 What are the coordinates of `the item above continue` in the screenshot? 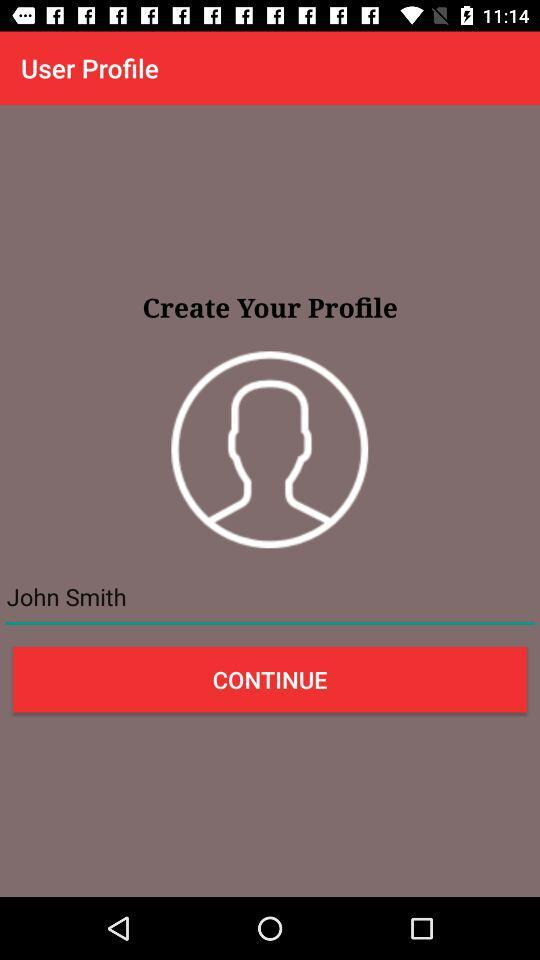 It's located at (270, 597).